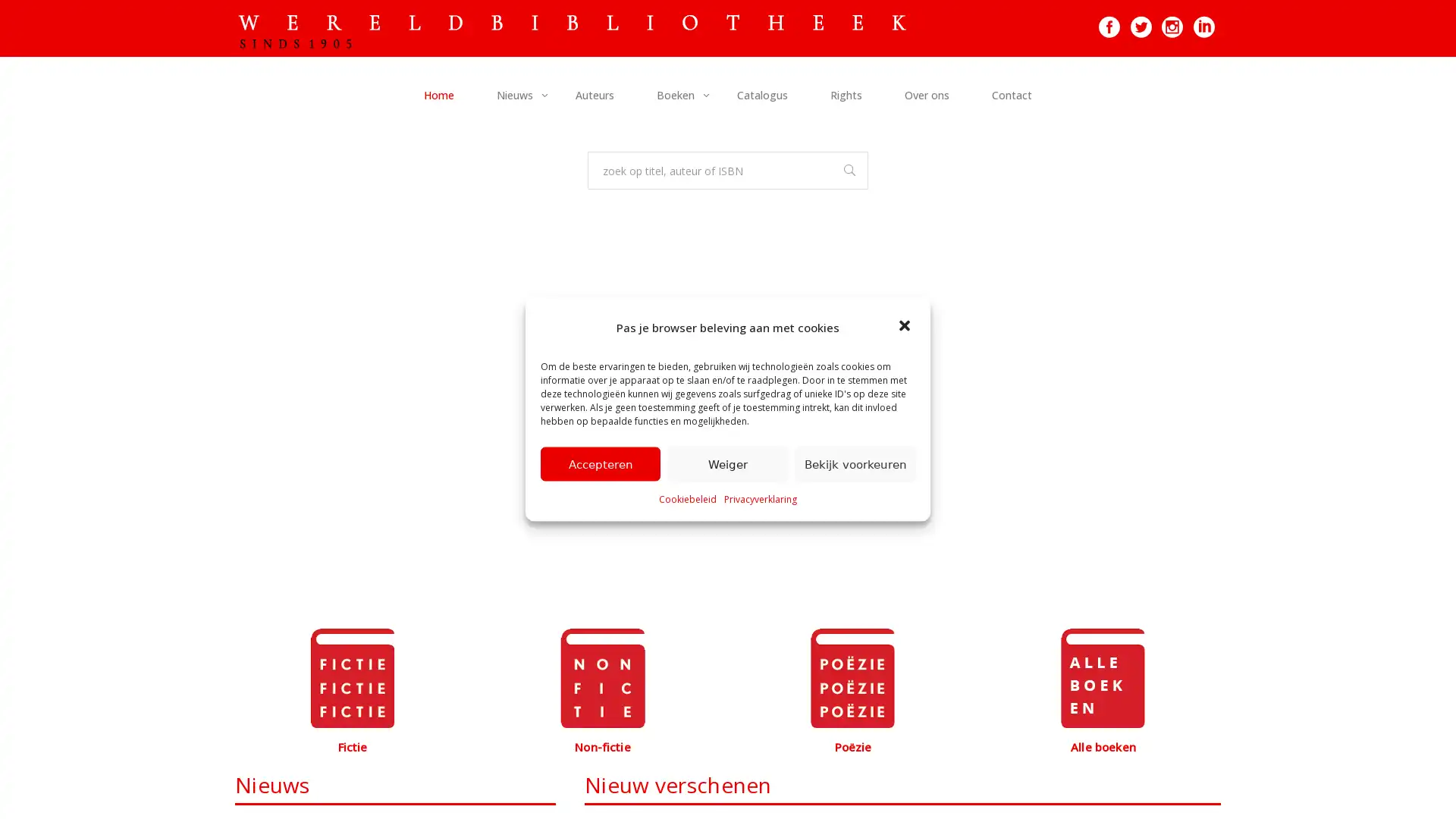  Describe the element at coordinates (906, 326) in the screenshot. I see `close-dialog` at that location.